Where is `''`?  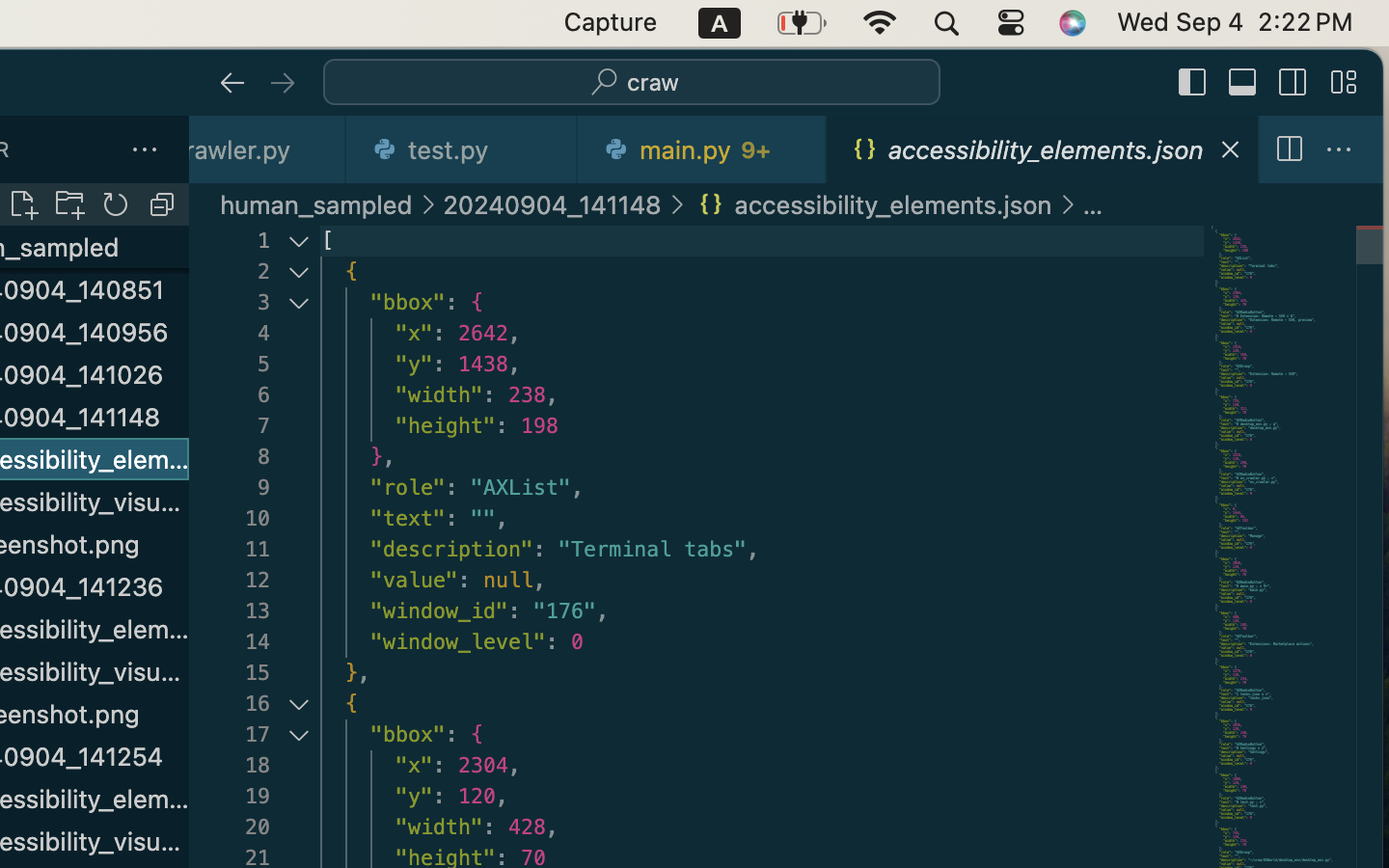 '' is located at coordinates (1242, 82).